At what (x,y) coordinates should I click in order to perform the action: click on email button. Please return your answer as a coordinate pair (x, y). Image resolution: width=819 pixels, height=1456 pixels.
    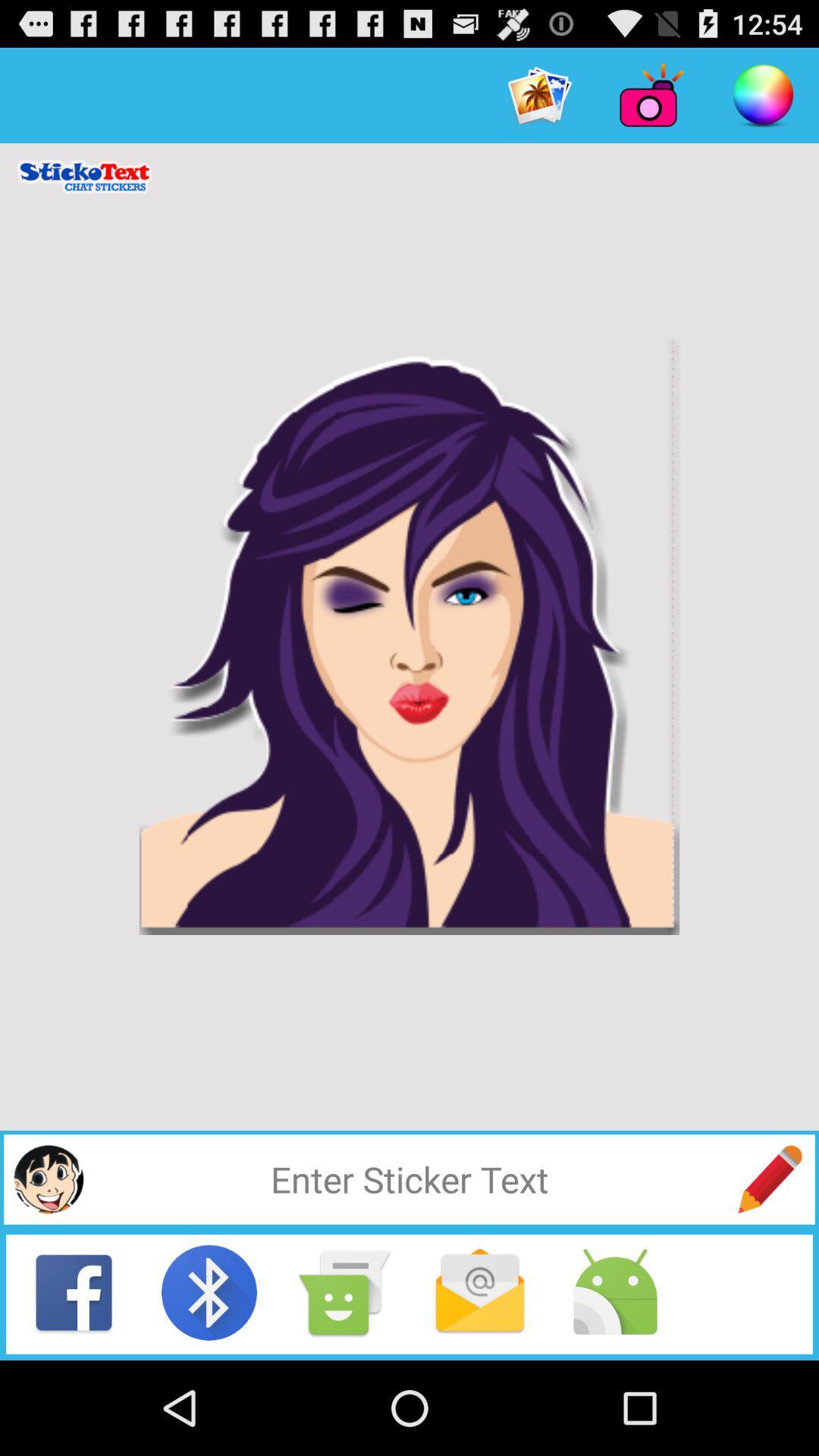
    Looking at the image, I should click on (479, 1291).